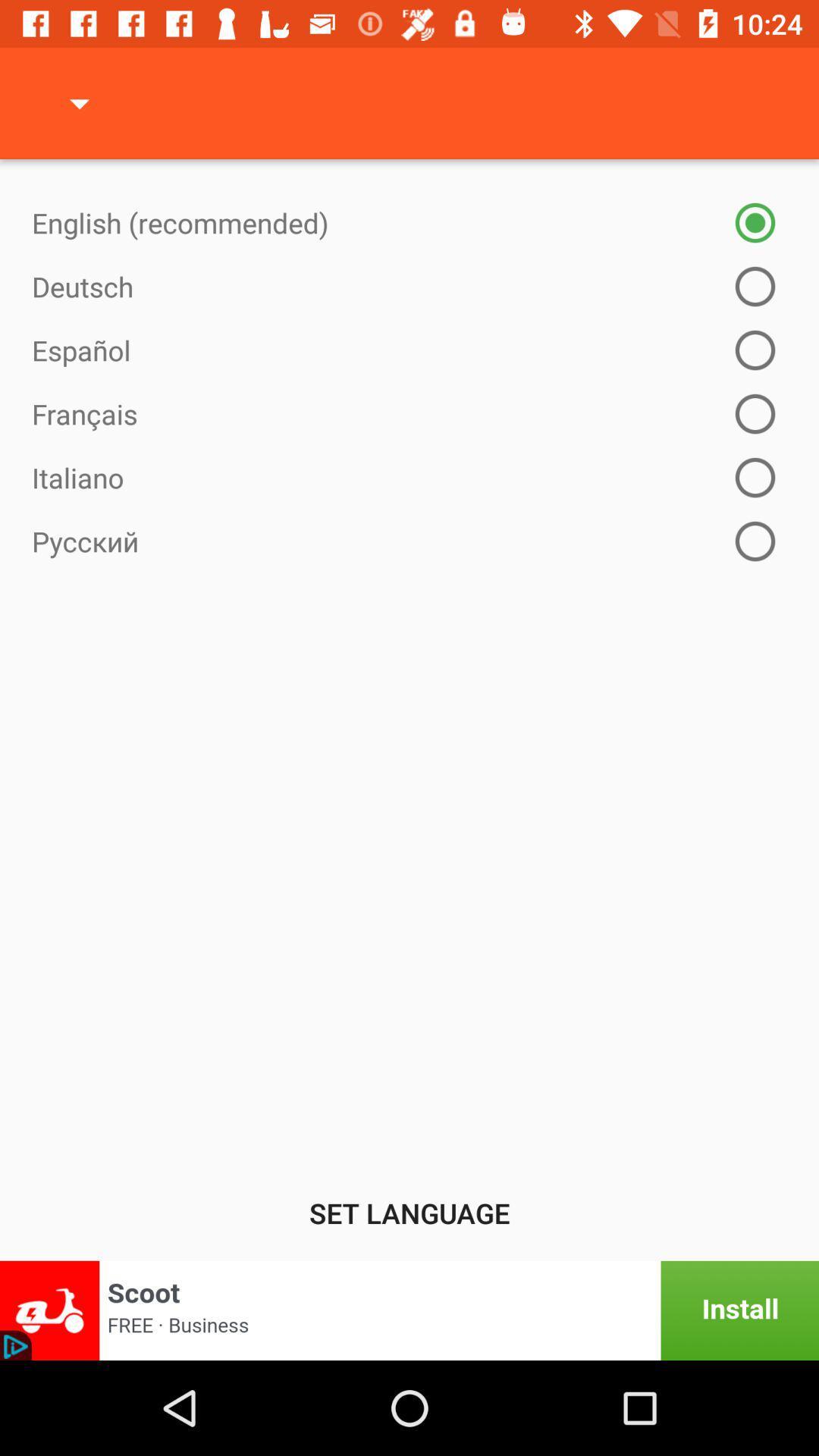 The width and height of the screenshot is (819, 1456). Describe the element at coordinates (79, 102) in the screenshot. I see `the icon at the top left corner` at that location.